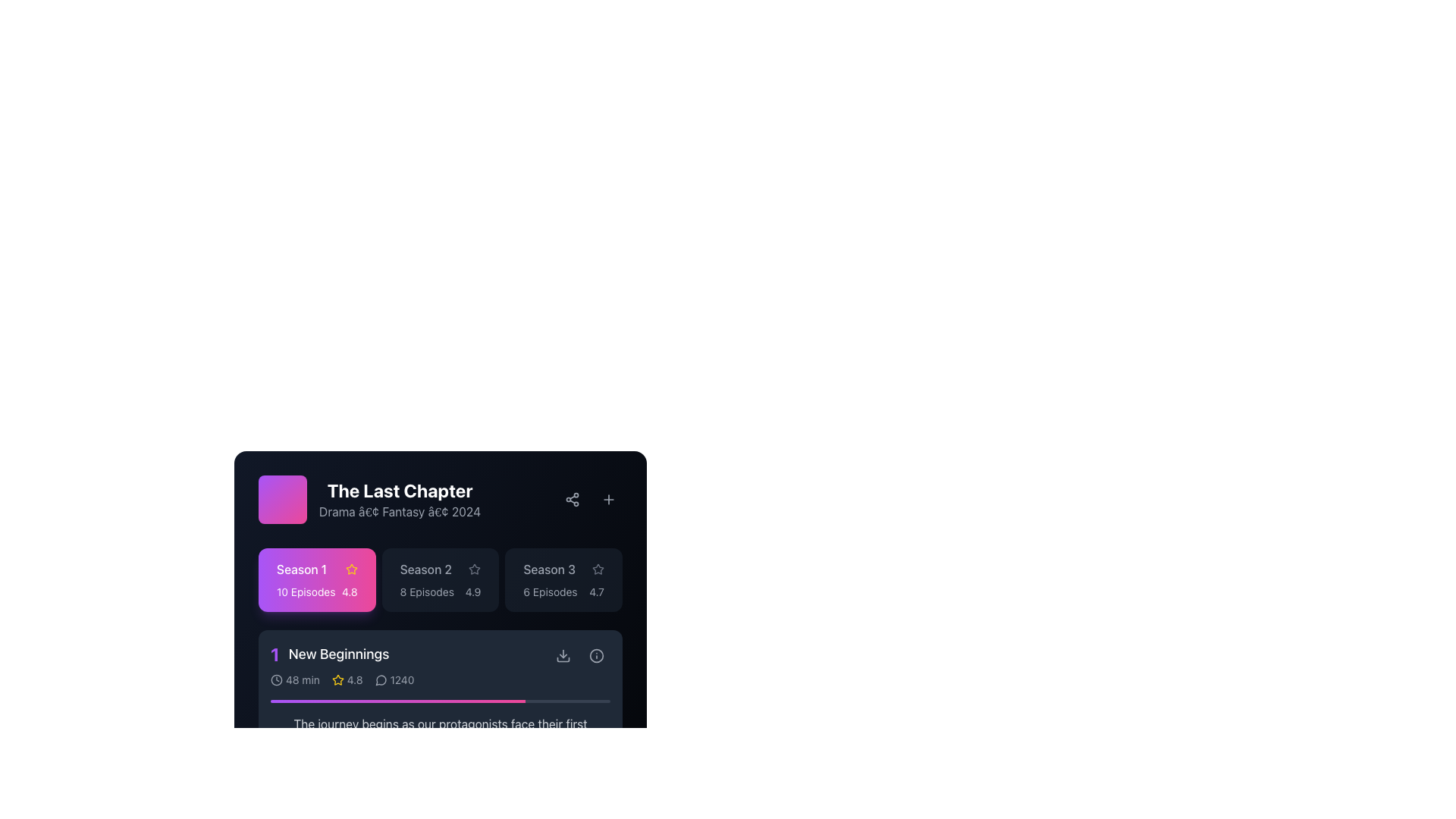 Image resolution: width=1456 pixels, height=819 pixels. I want to click on the 'Season 2' Text Button with Icon, so click(439, 570).